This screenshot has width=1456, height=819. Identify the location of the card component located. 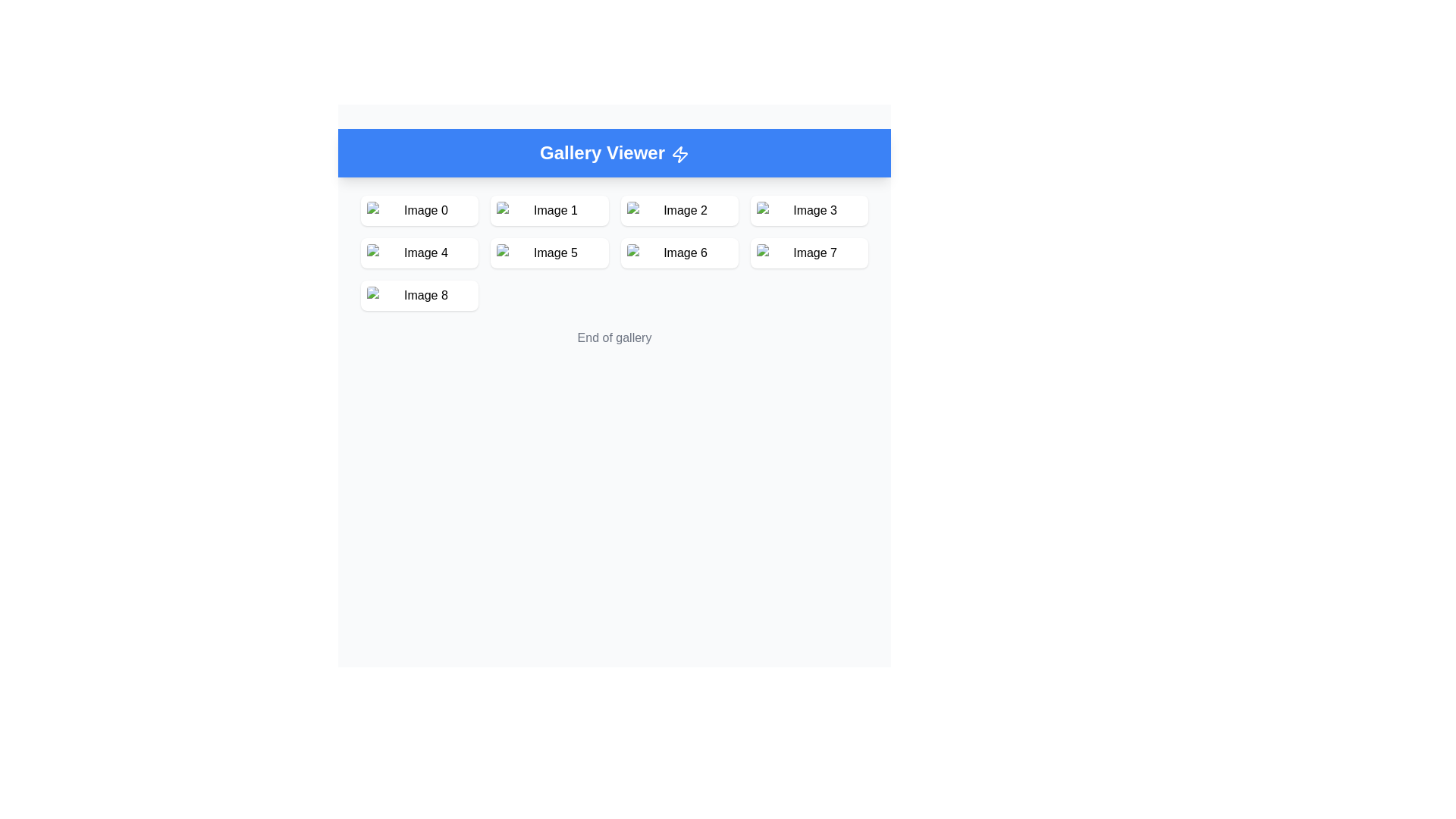
(679, 210).